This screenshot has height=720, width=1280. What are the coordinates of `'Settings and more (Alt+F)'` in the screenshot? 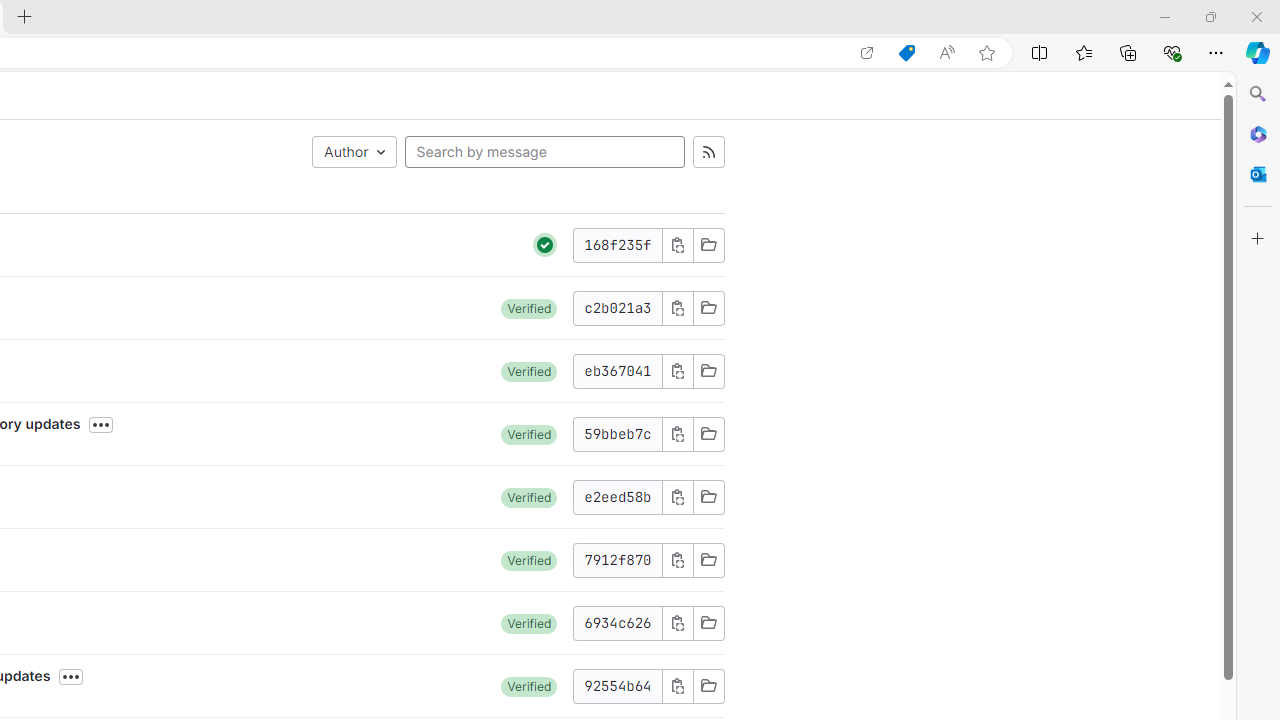 It's located at (1215, 51).